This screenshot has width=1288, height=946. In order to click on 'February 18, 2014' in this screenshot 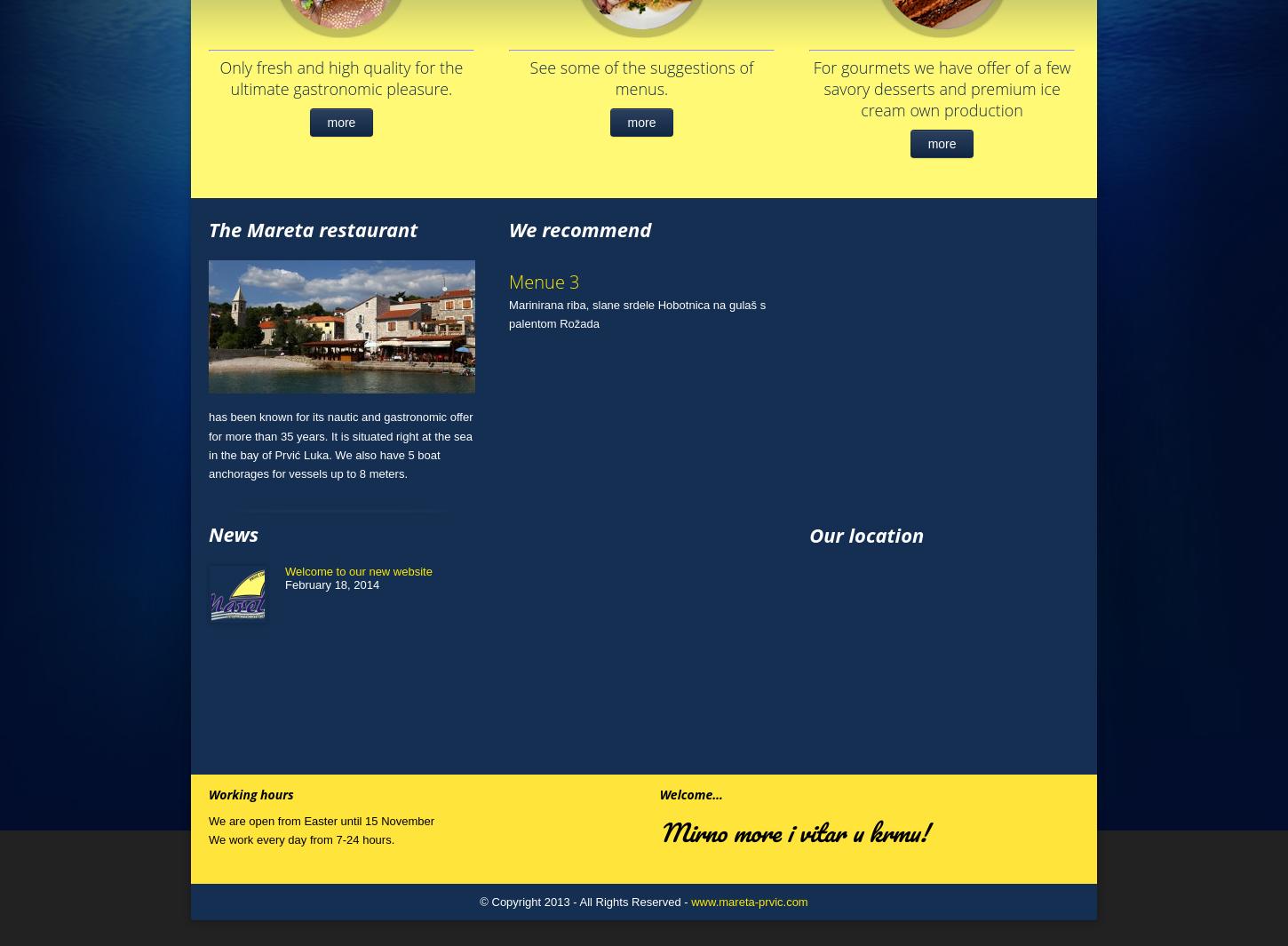, I will do `click(330, 584)`.